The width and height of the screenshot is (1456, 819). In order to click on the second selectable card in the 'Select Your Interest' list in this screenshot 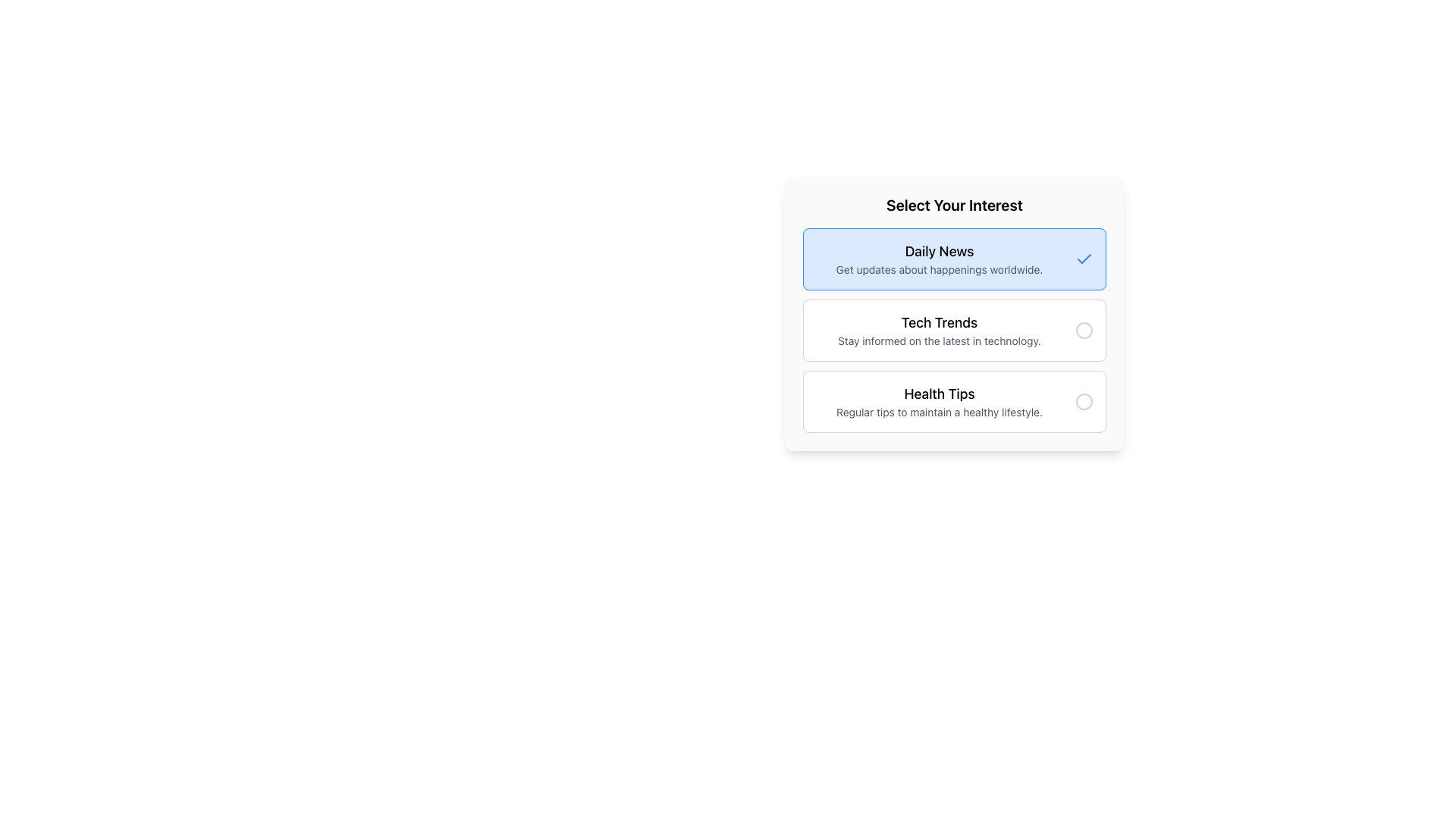, I will do `click(953, 329)`.